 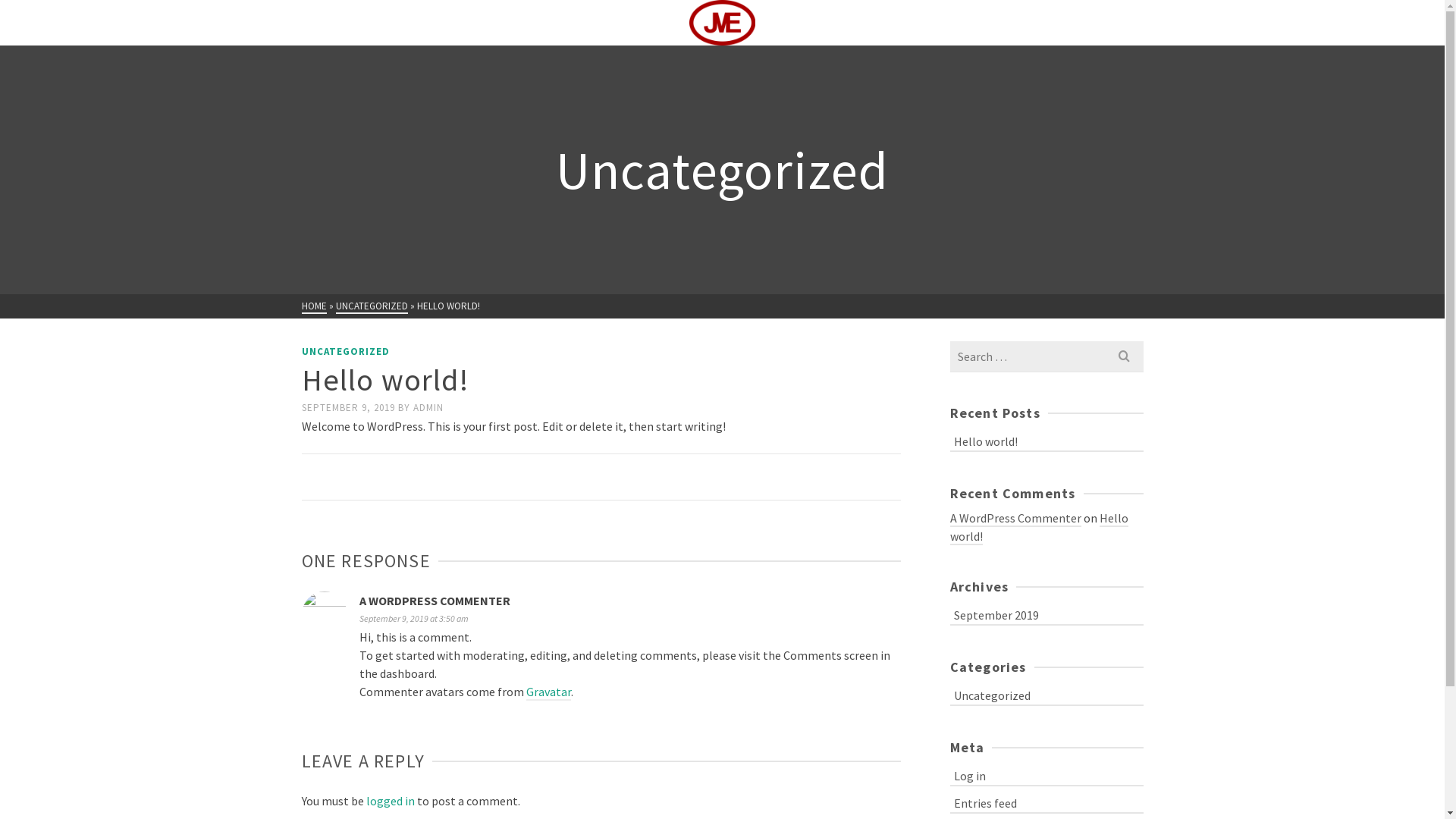 I want to click on 'September 2019', so click(x=949, y=613).